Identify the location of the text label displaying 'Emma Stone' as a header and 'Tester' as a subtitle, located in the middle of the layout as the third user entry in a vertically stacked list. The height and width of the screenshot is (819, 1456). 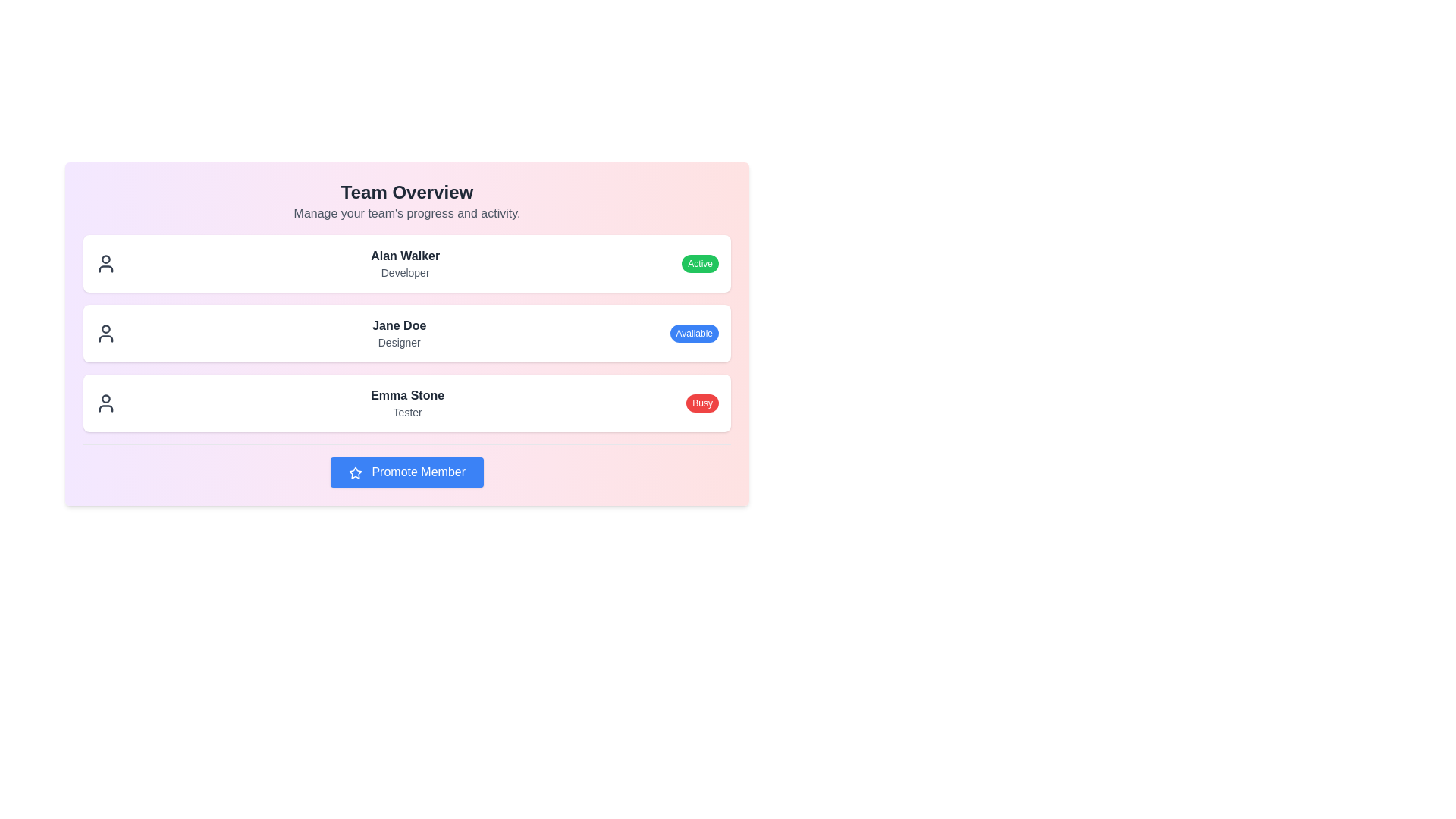
(407, 403).